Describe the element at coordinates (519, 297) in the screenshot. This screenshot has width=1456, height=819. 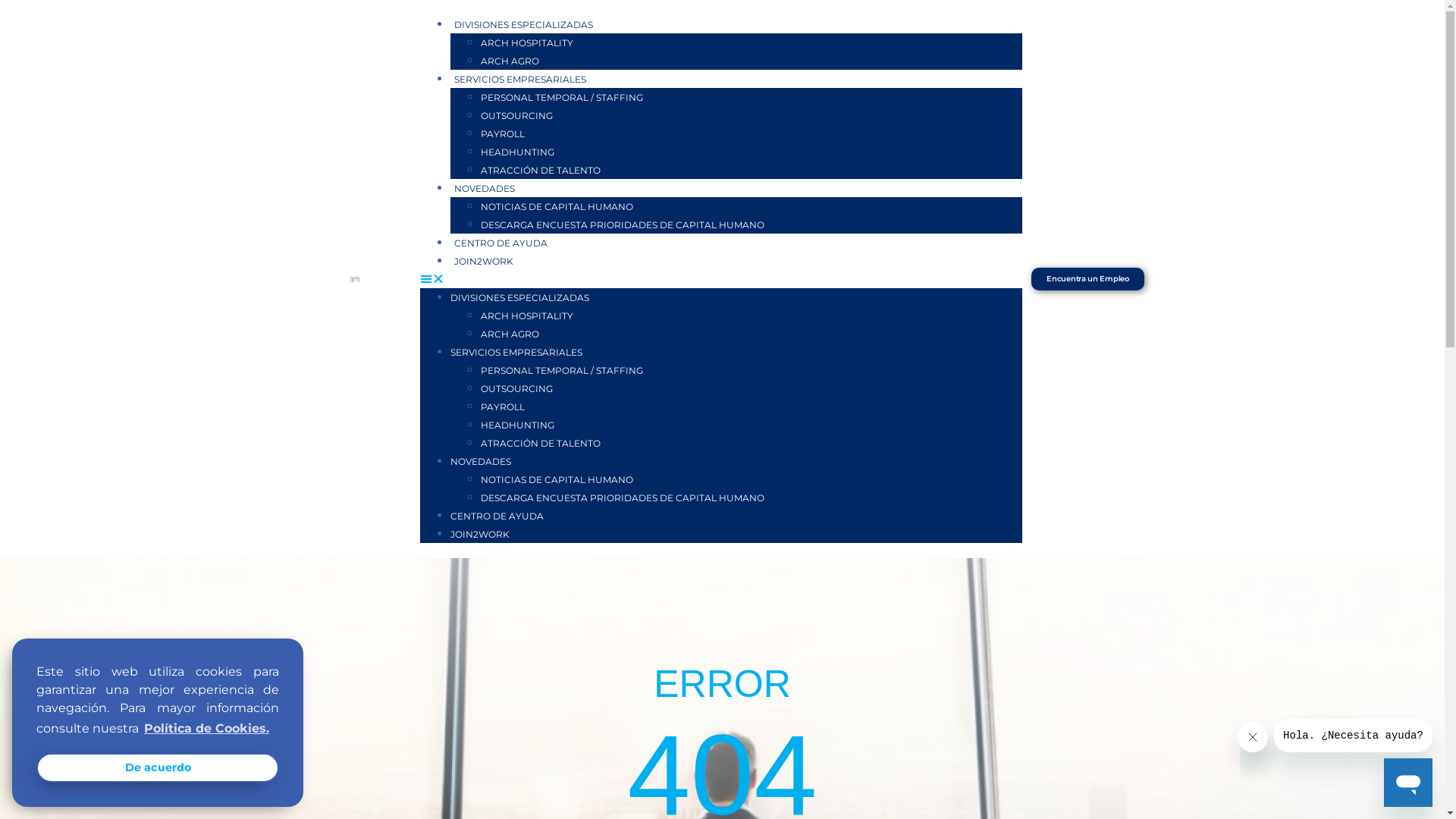
I see `'DIVISIONES ESPECIALIZADAS'` at that location.